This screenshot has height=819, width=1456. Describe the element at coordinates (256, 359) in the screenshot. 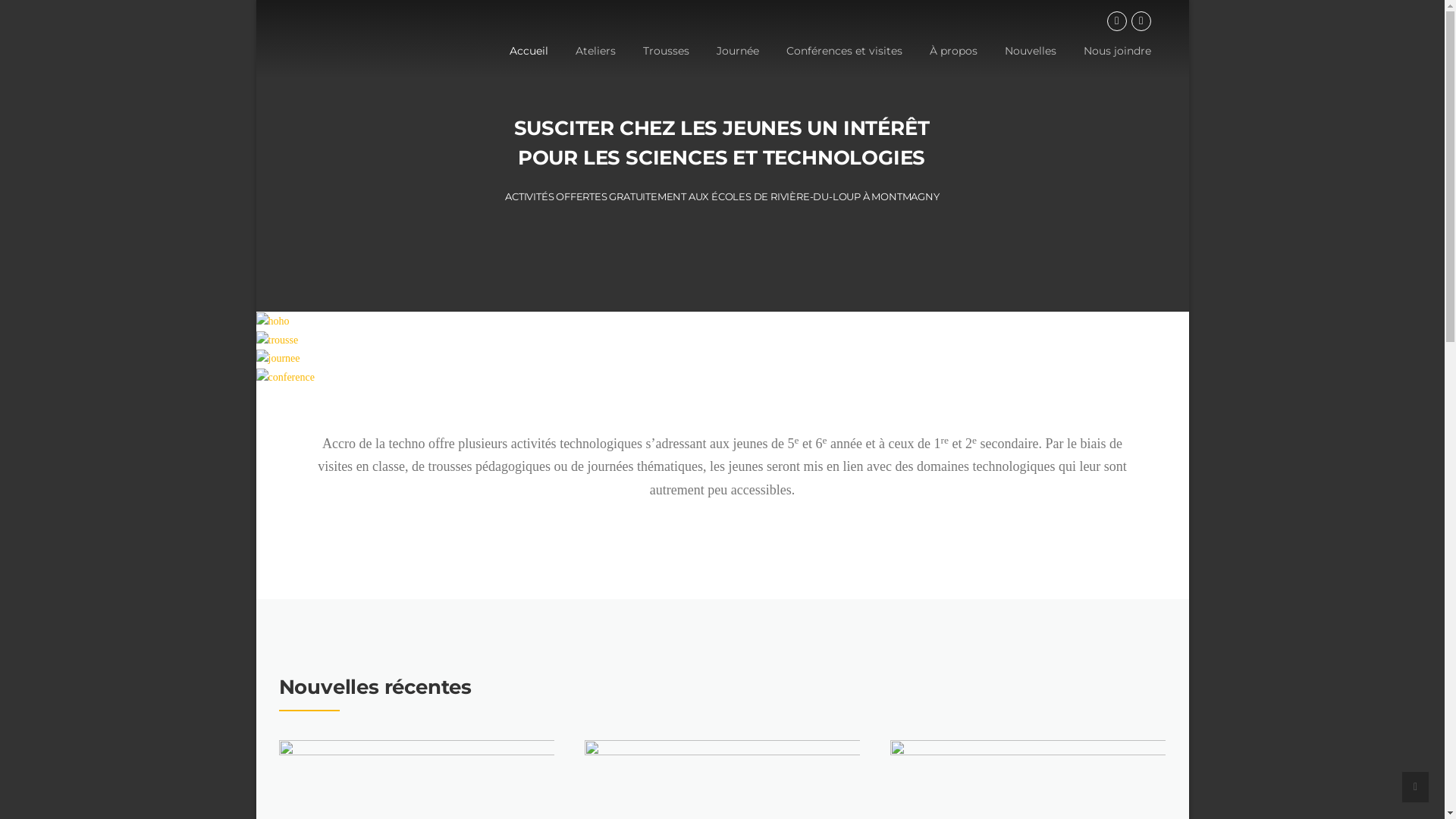

I see `'journee'` at that location.